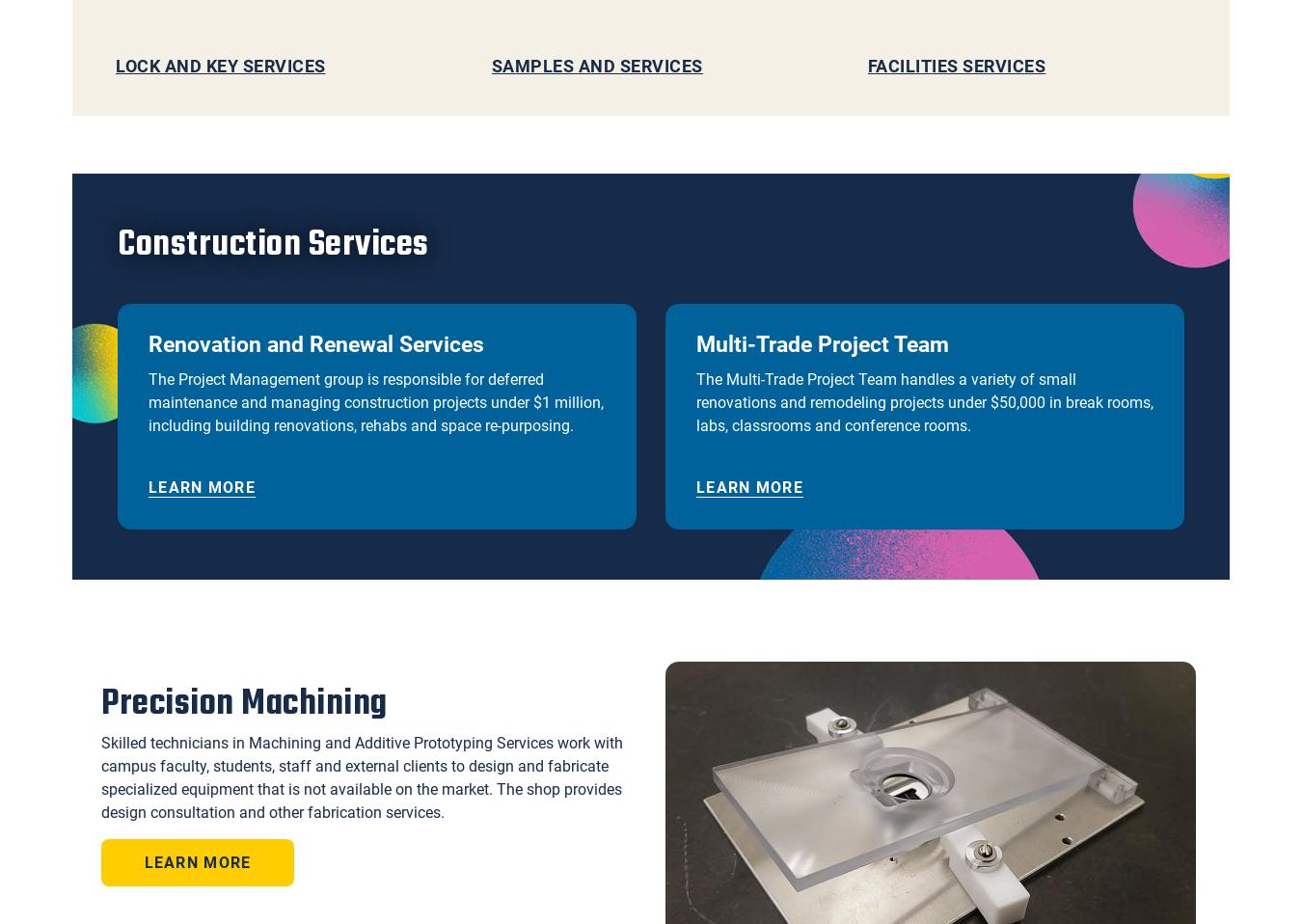 This screenshot has height=924, width=1302. Describe the element at coordinates (242, 702) in the screenshot. I see `'Precision Machining'` at that location.